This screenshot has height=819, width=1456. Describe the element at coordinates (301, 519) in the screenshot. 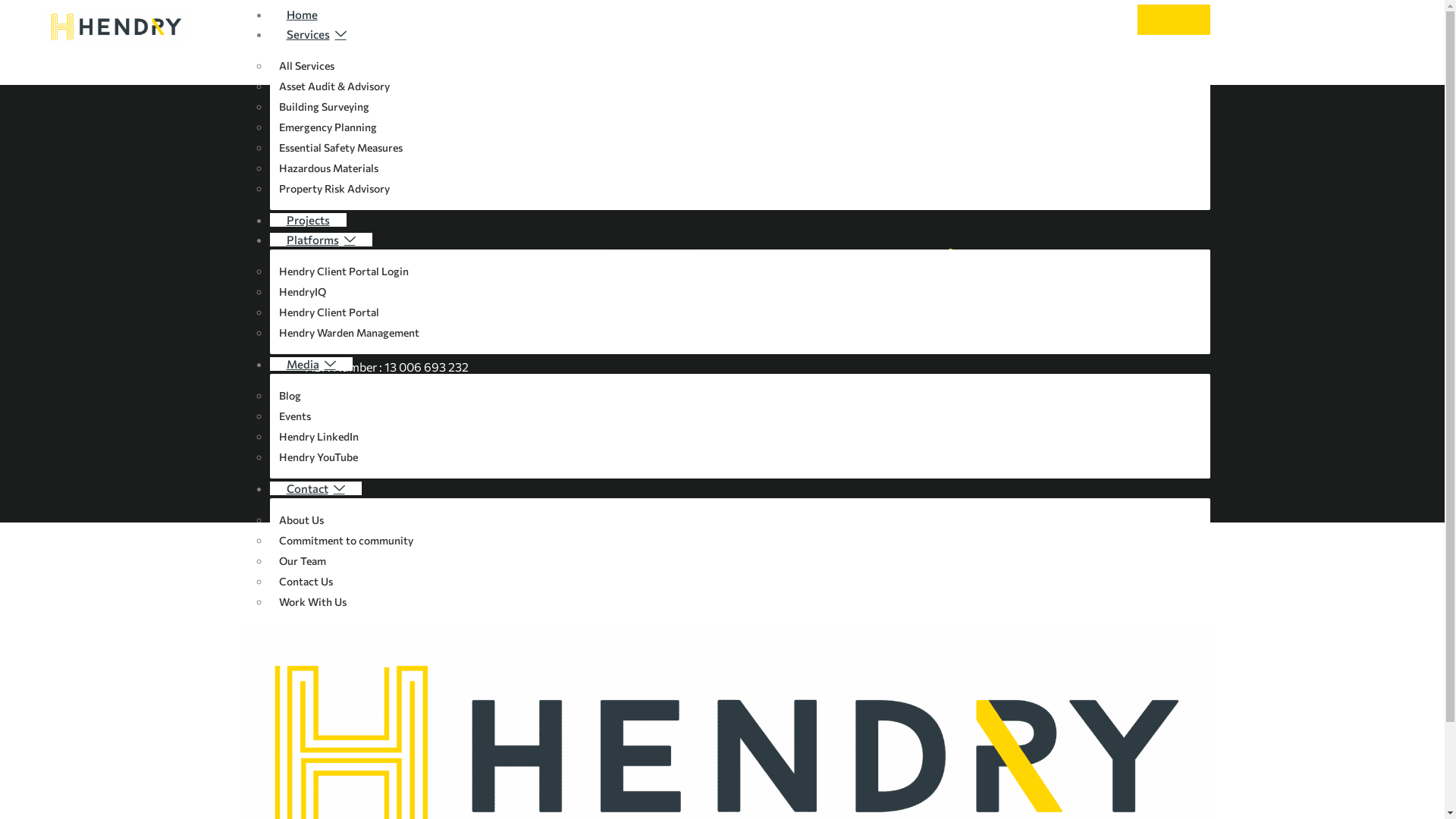

I see `'About Us'` at that location.